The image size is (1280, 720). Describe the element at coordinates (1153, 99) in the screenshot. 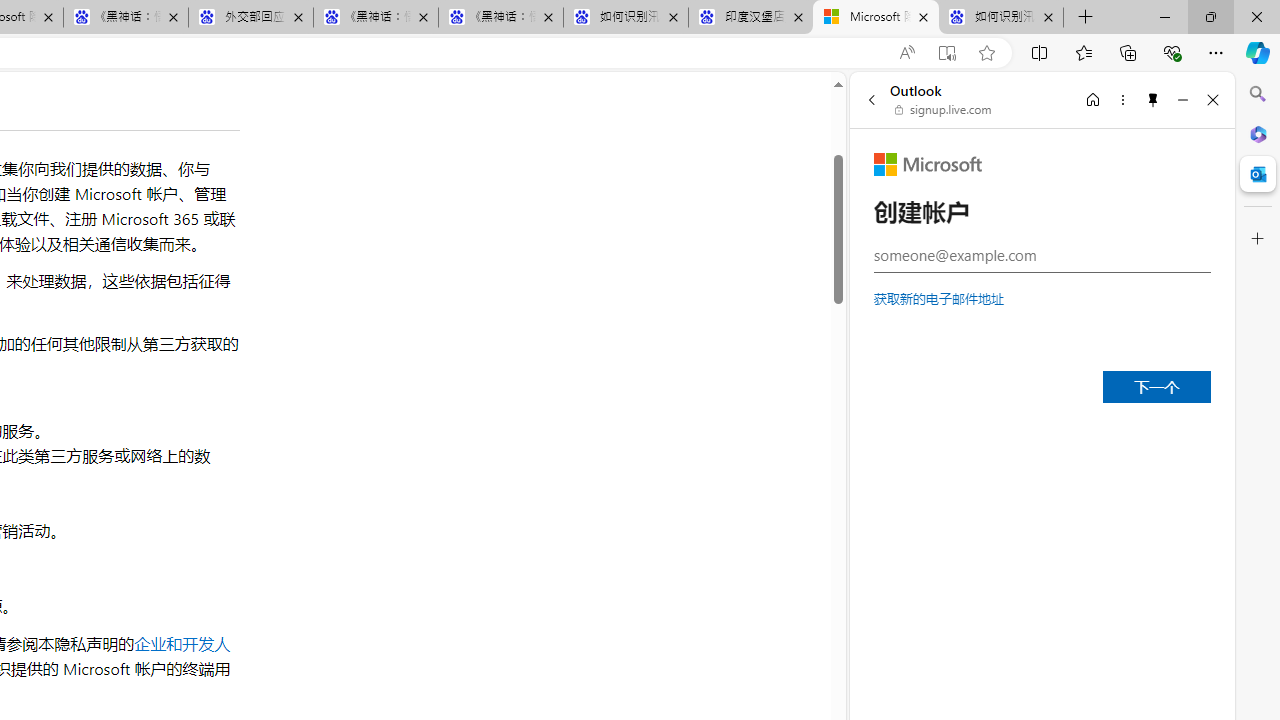

I see `'Unpin side pane'` at that location.